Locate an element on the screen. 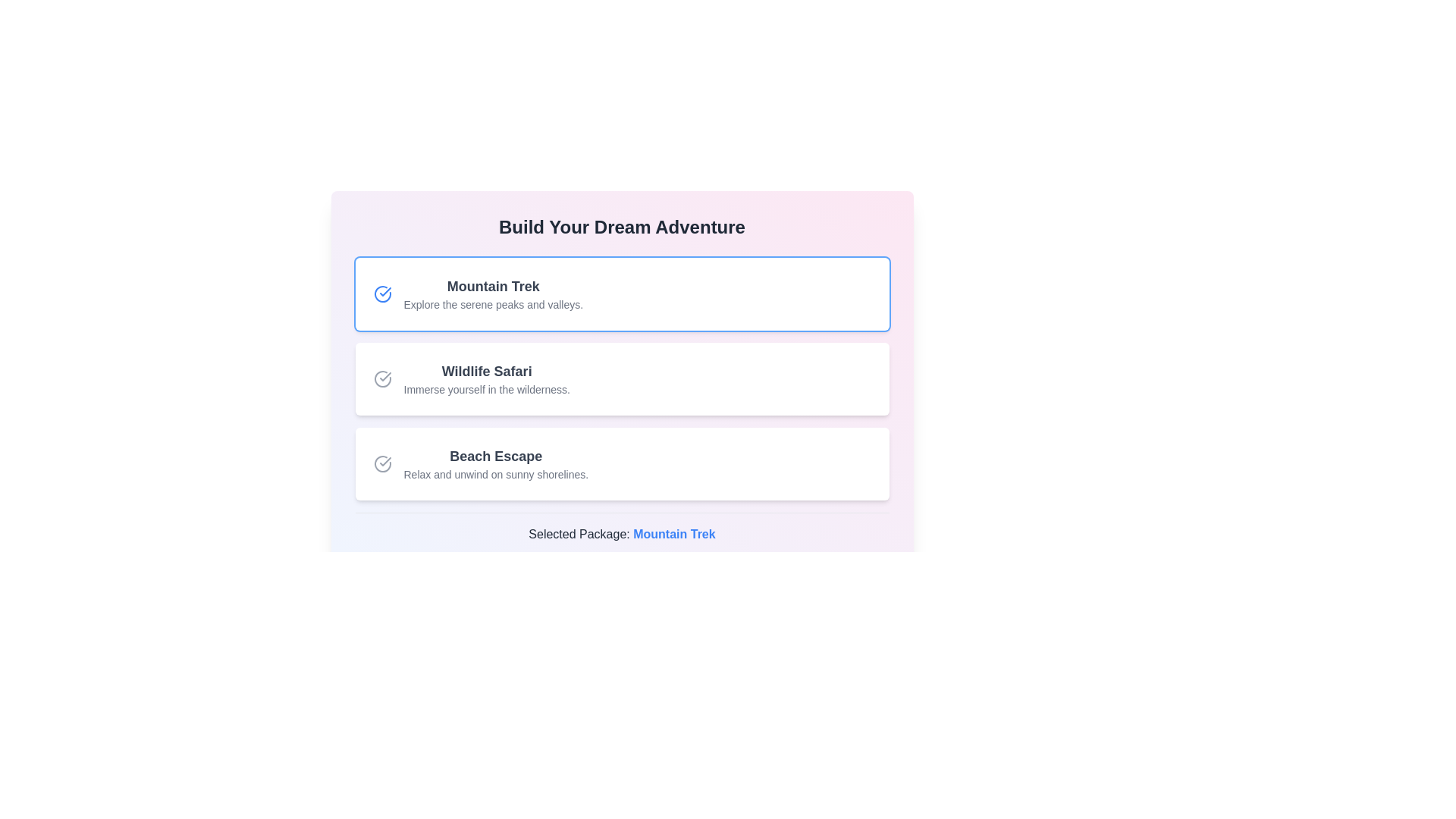 The image size is (1456, 819). the SVG Icon located in the top-left corner of the 'Wildlife Safari' card, which serves as an indicator for selection or status is located at coordinates (382, 378).